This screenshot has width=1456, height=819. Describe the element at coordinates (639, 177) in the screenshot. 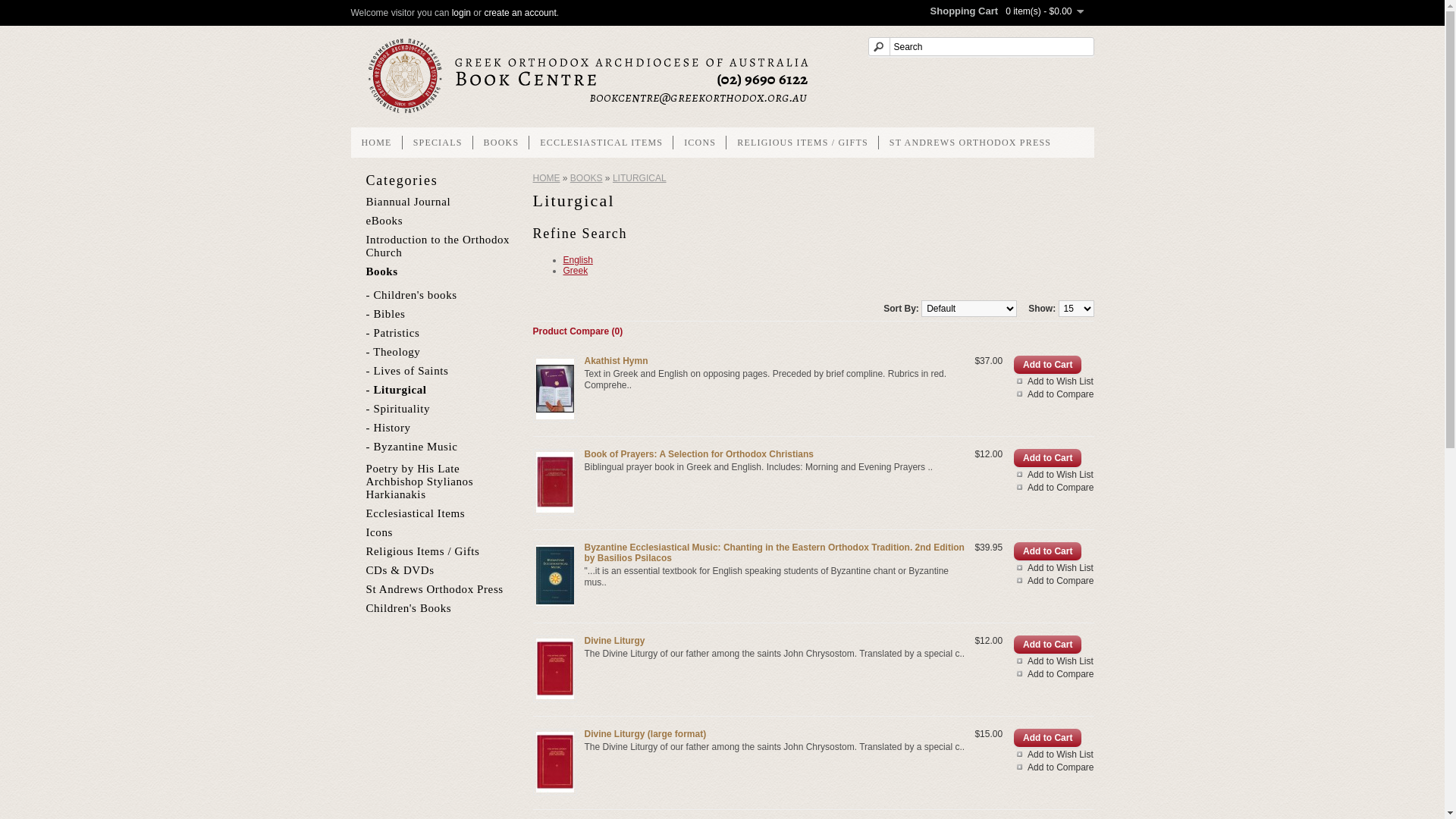

I see `'LITURGICAL'` at that location.